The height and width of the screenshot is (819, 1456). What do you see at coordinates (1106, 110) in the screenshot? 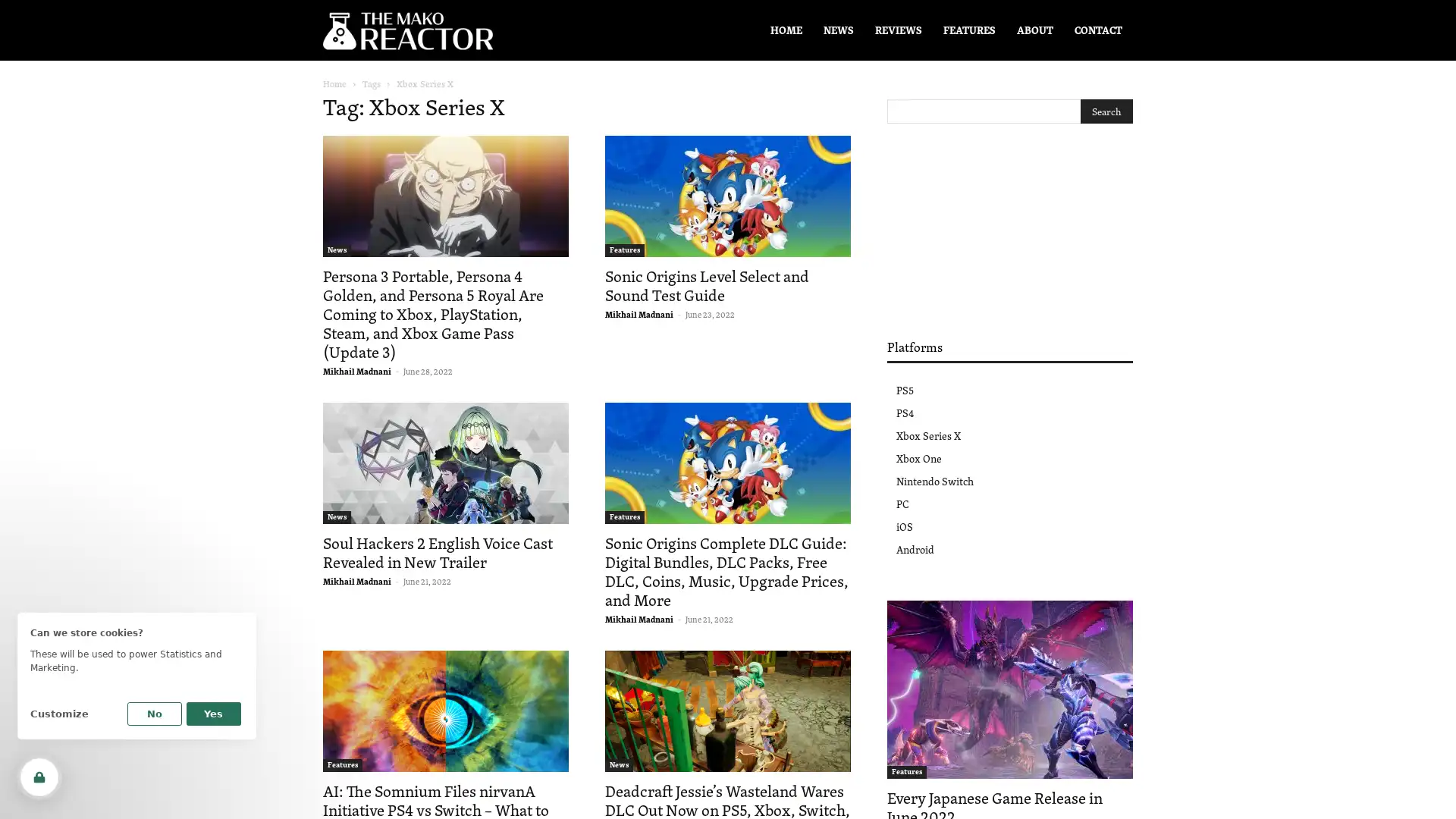
I see `Search` at bounding box center [1106, 110].